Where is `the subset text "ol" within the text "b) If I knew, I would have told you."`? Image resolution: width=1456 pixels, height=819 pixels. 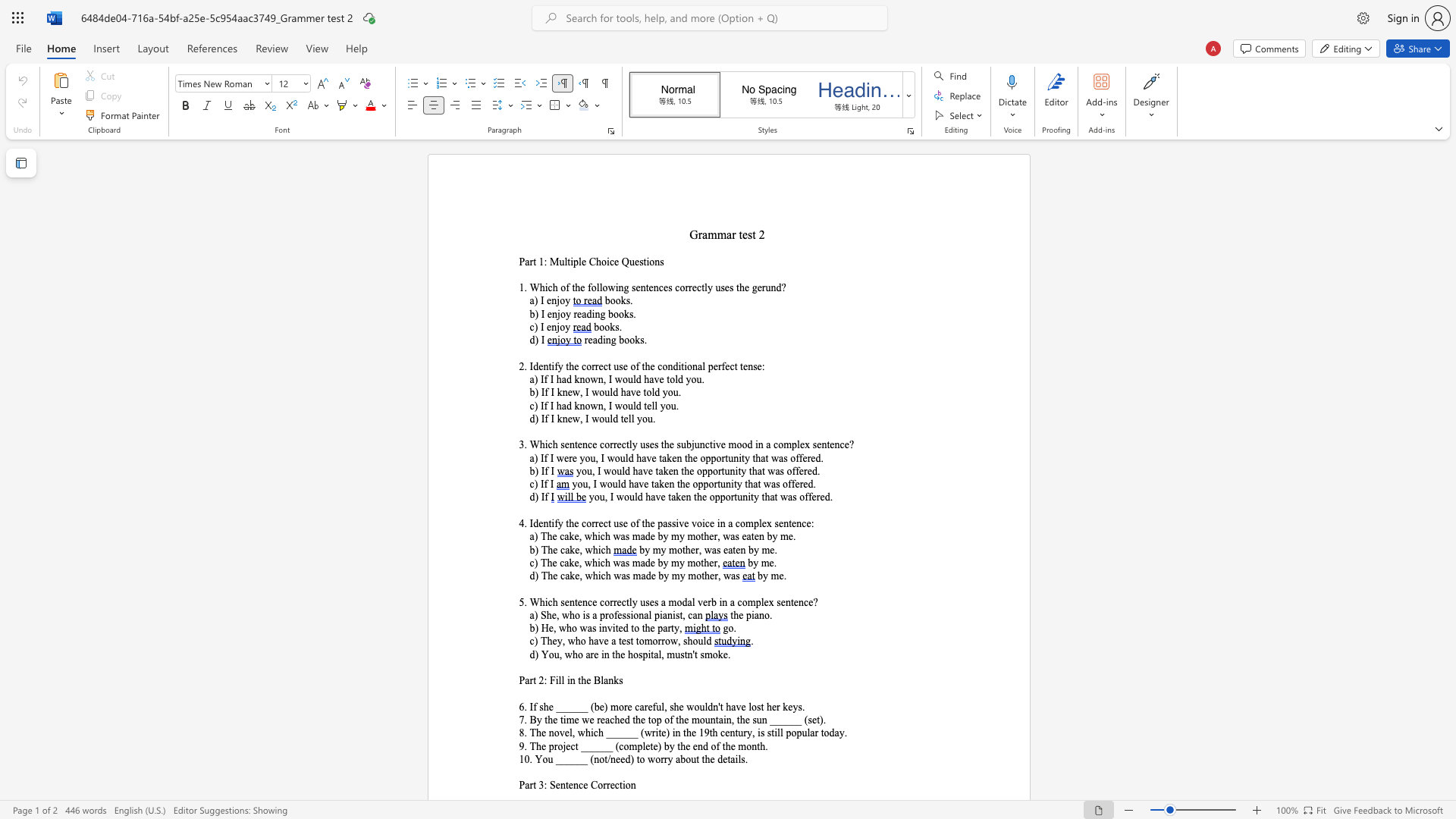
the subset text "ol" within the text "b) If I knew, I would have told you." is located at coordinates (646, 391).